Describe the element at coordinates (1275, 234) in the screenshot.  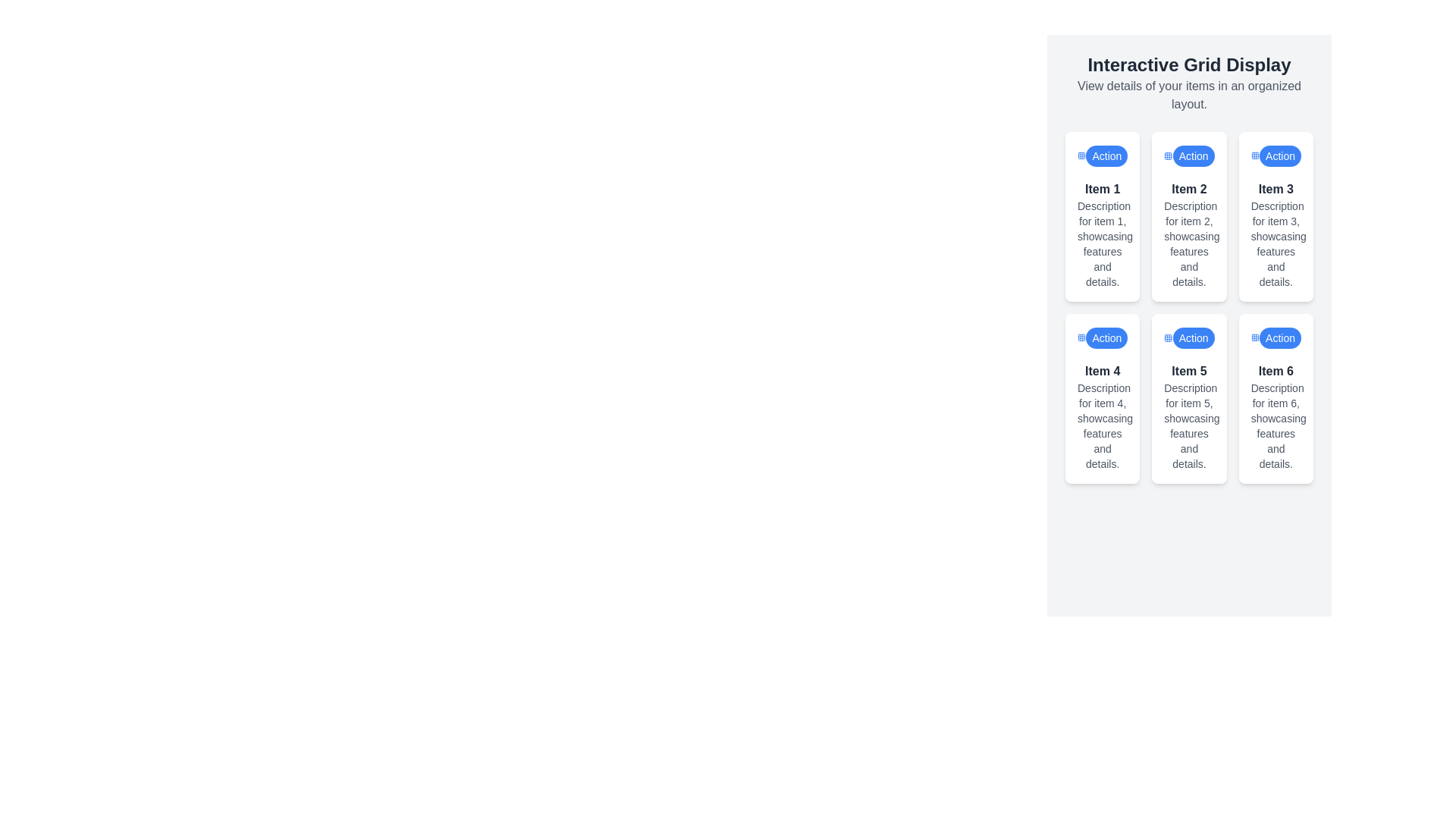
I see `the Text block that provides a title and description for 'Item 3', located in the third column of the grid layout beneath the 'Action' button` at that location.